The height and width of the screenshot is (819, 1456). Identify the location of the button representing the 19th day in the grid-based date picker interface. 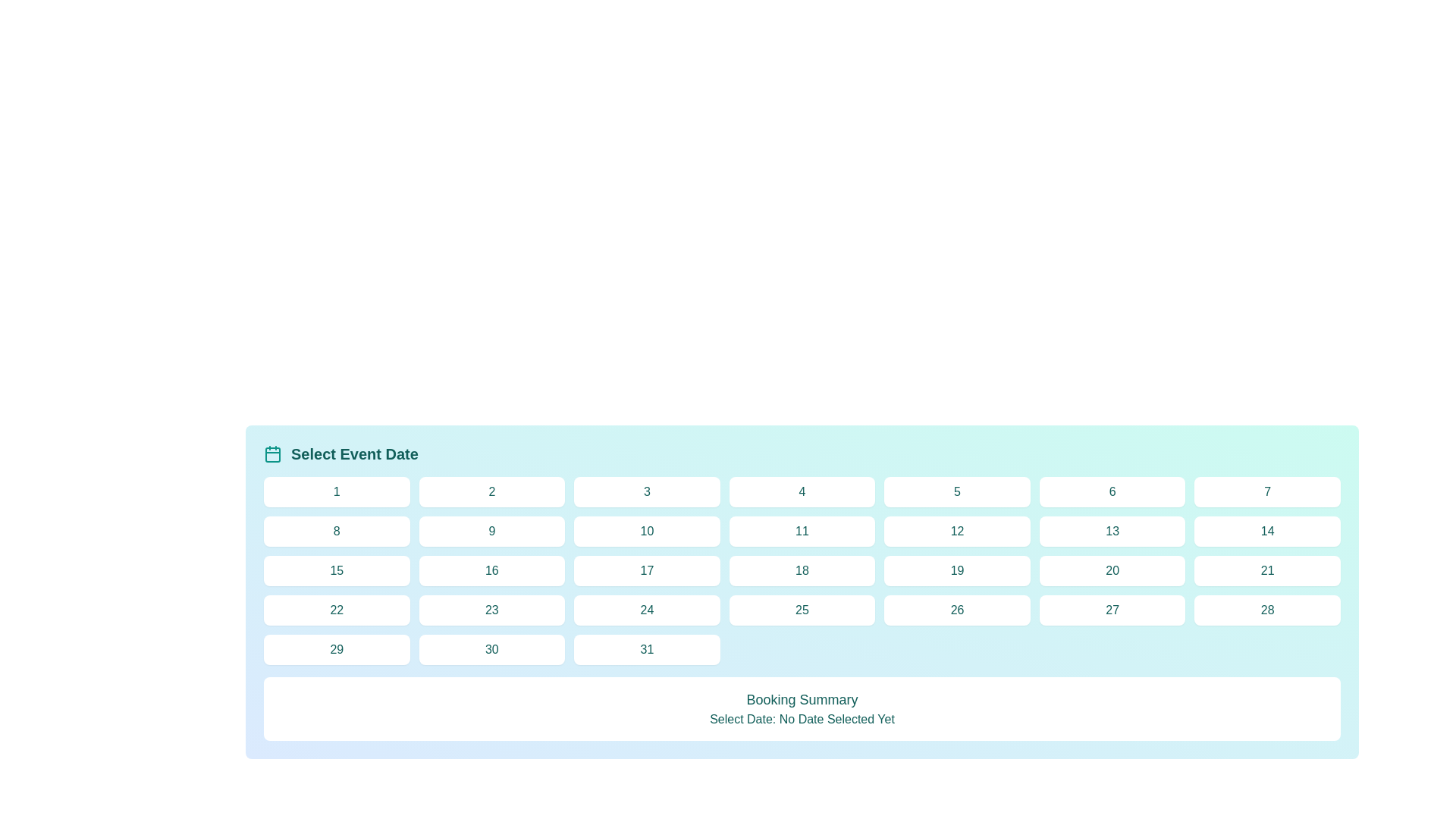
(956, 570).